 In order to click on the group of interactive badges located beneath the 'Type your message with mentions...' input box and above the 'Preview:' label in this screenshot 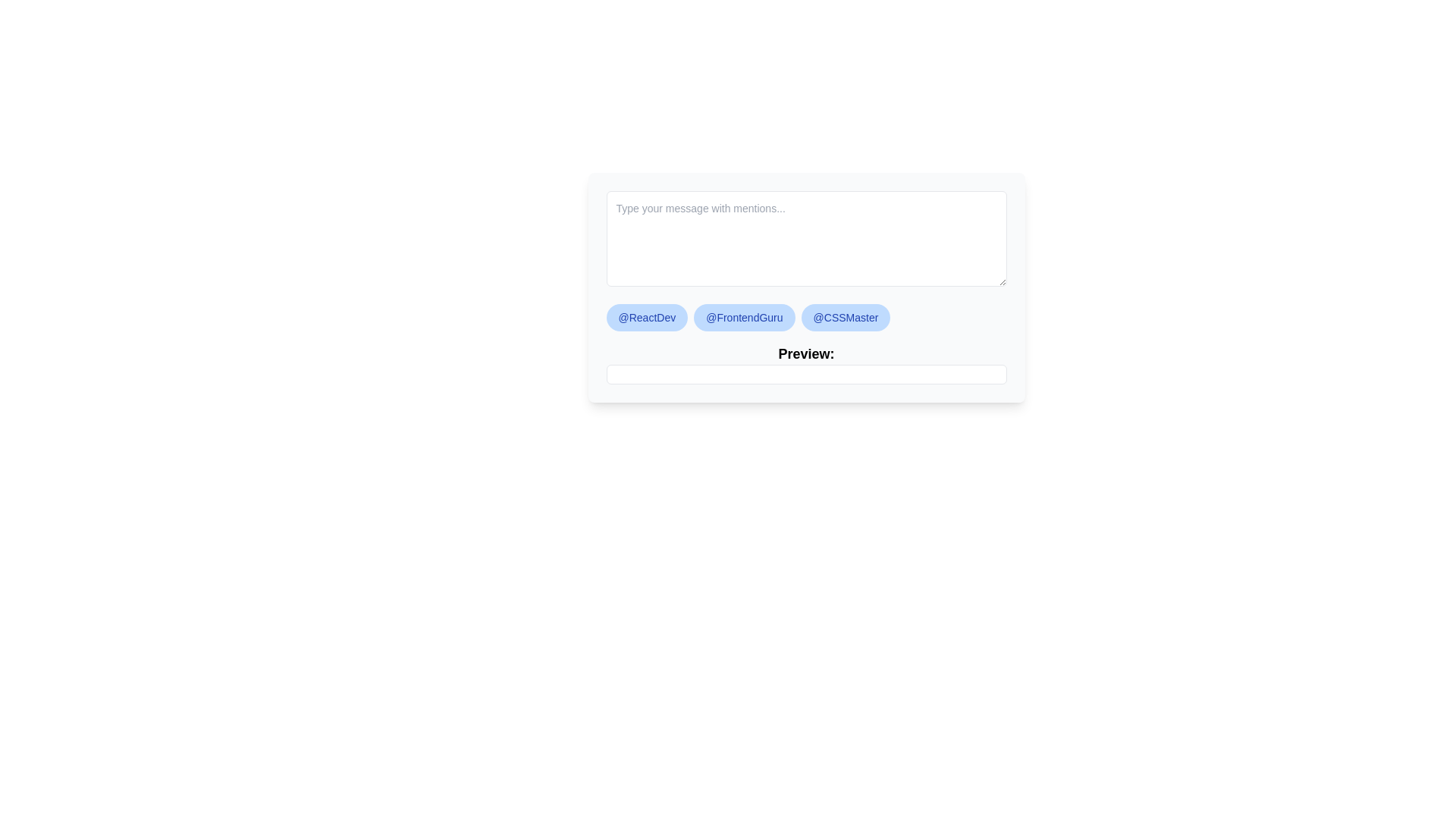, I will do `click(805, 317)`.